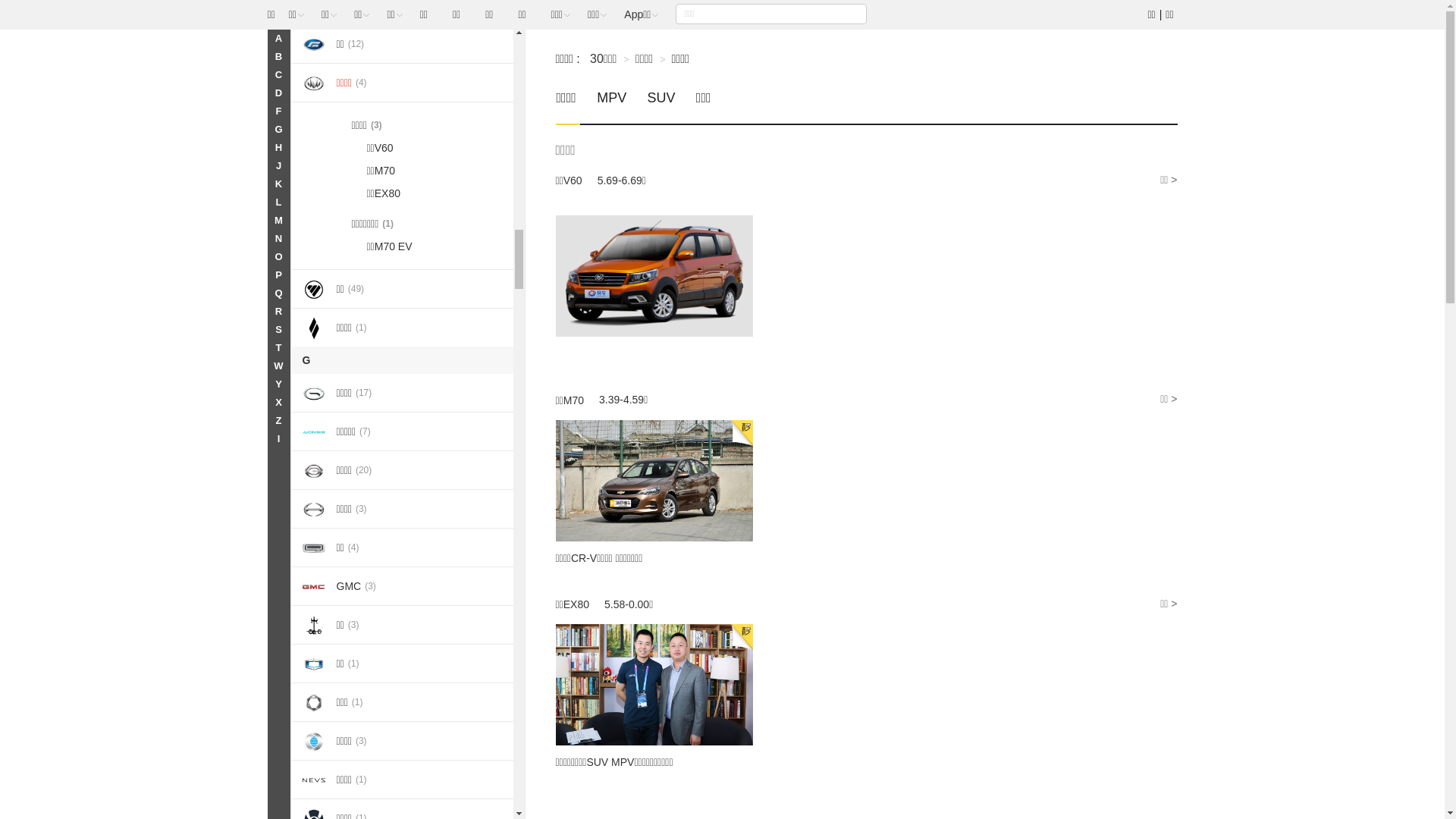 This screenshot has width=1456, height=819. Describe the element at coordinates (266, 438) in the screenshot. I see `'I'` at that location.